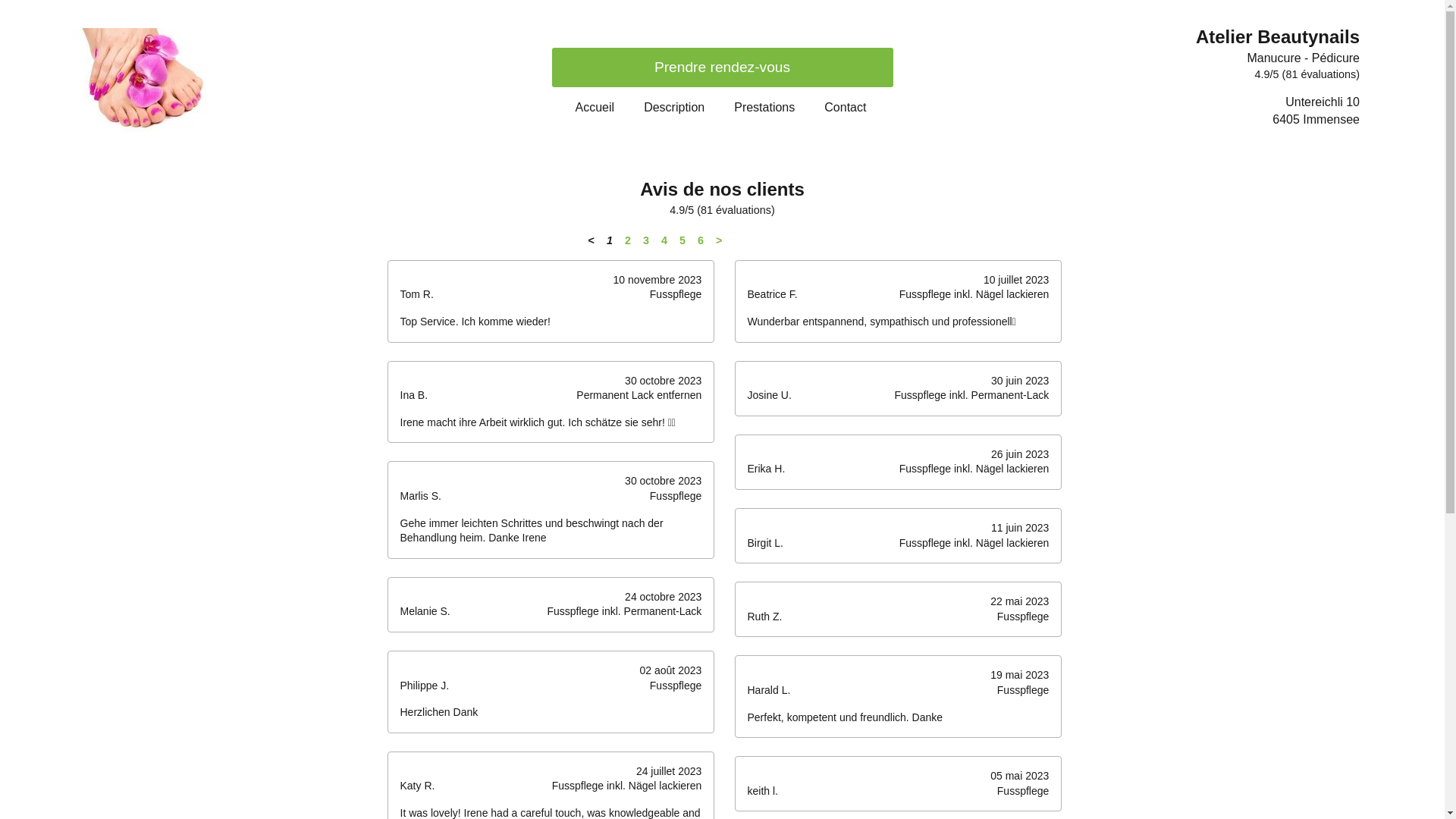 Image resolution: width=1456 pixels, height=819 pixels. Describe the element at coordinates (844, 106) in the screenshot. I see `'Contact'` at that location.